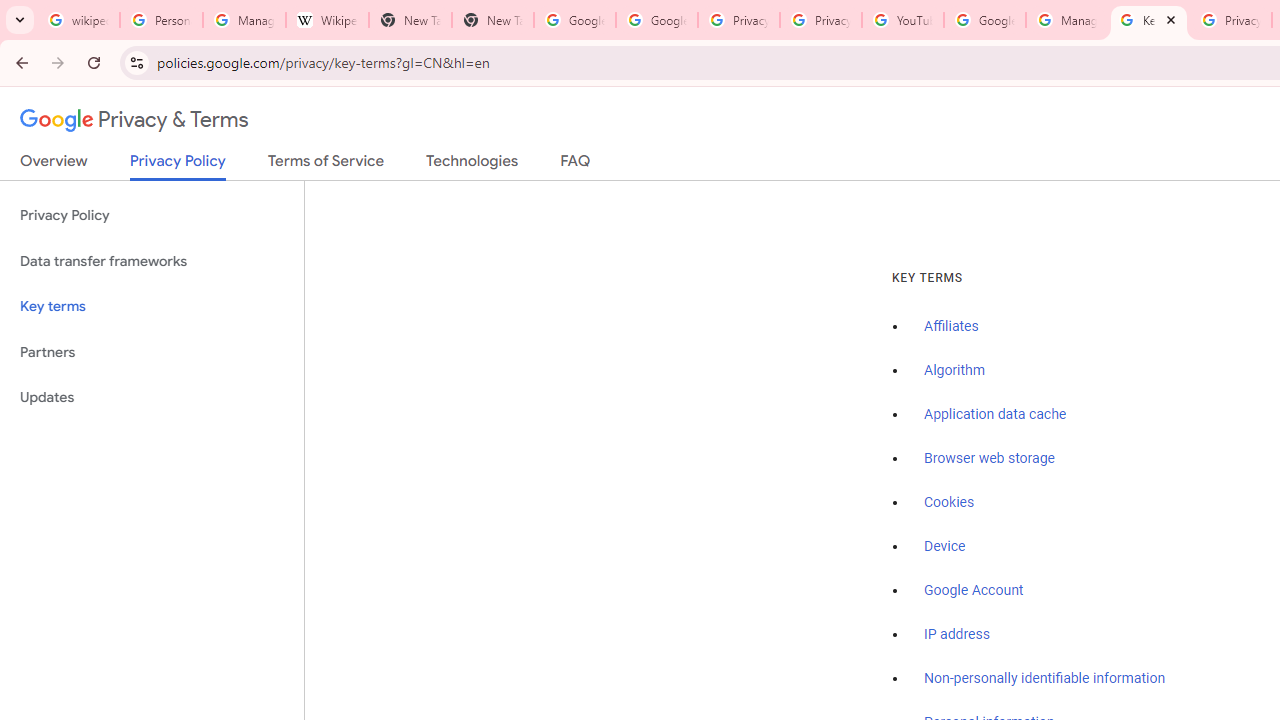 This screenshot has width=1280, height=720. Describe the element at coordinates (902, 20) in the screenshot. I see `'YouTube'` at that location.